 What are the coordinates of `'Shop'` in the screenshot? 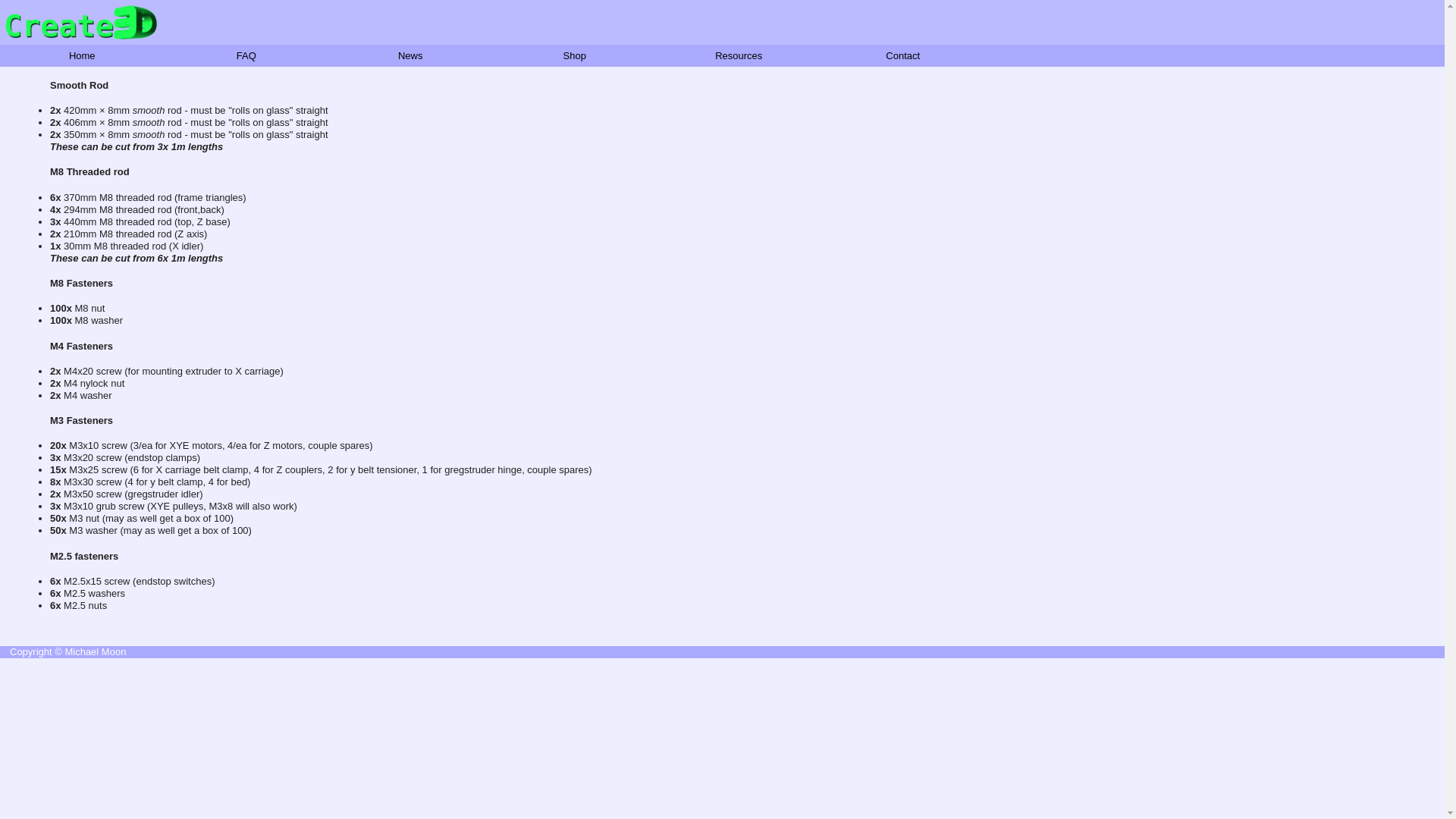 It's located at (574, 55).